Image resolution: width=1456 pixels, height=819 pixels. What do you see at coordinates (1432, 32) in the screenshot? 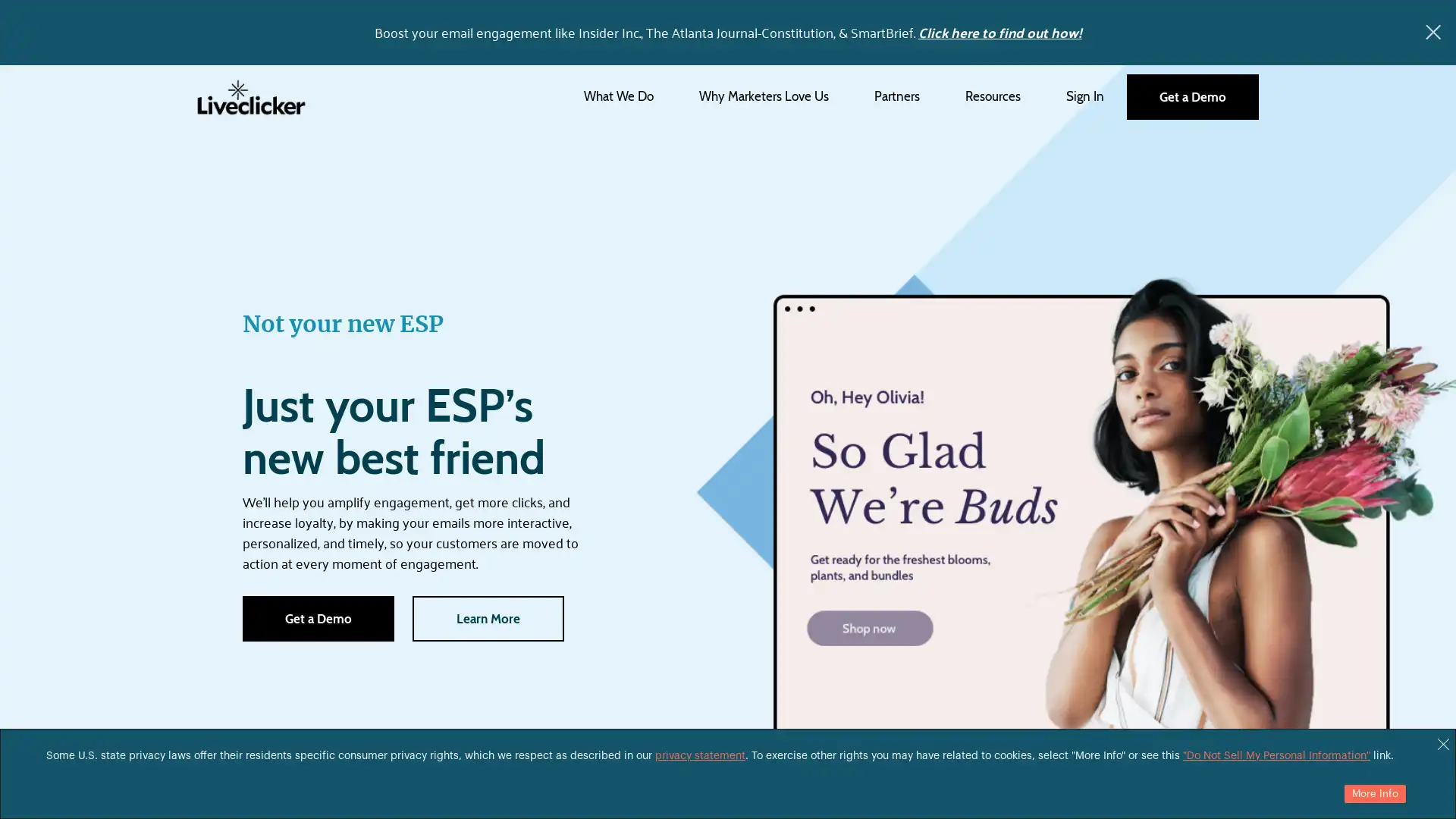
I see `x` at bounding box center [1432, 32].